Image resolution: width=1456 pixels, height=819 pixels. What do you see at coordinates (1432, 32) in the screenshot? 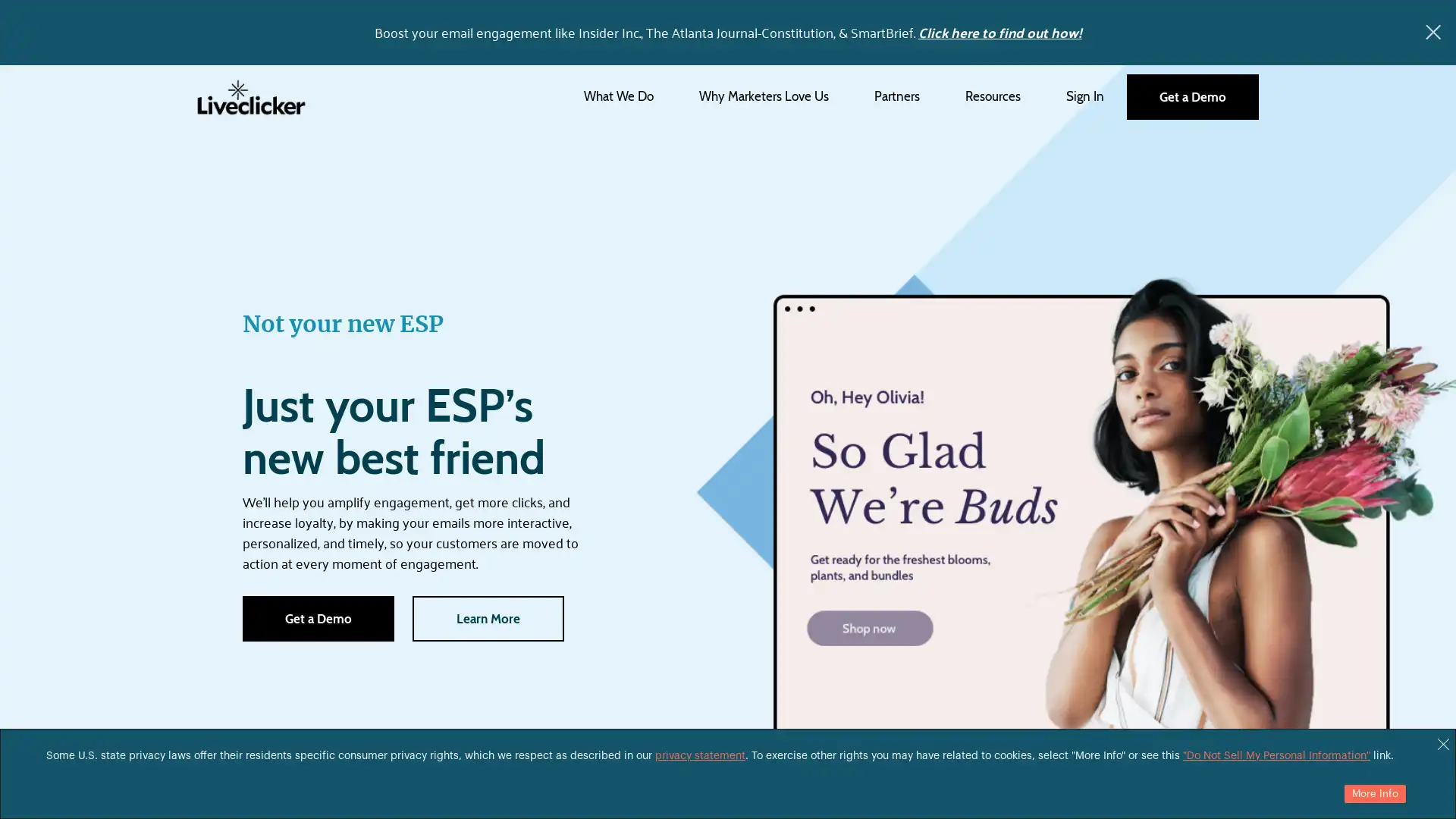
I see `x` at bounding box center [1432, 32].